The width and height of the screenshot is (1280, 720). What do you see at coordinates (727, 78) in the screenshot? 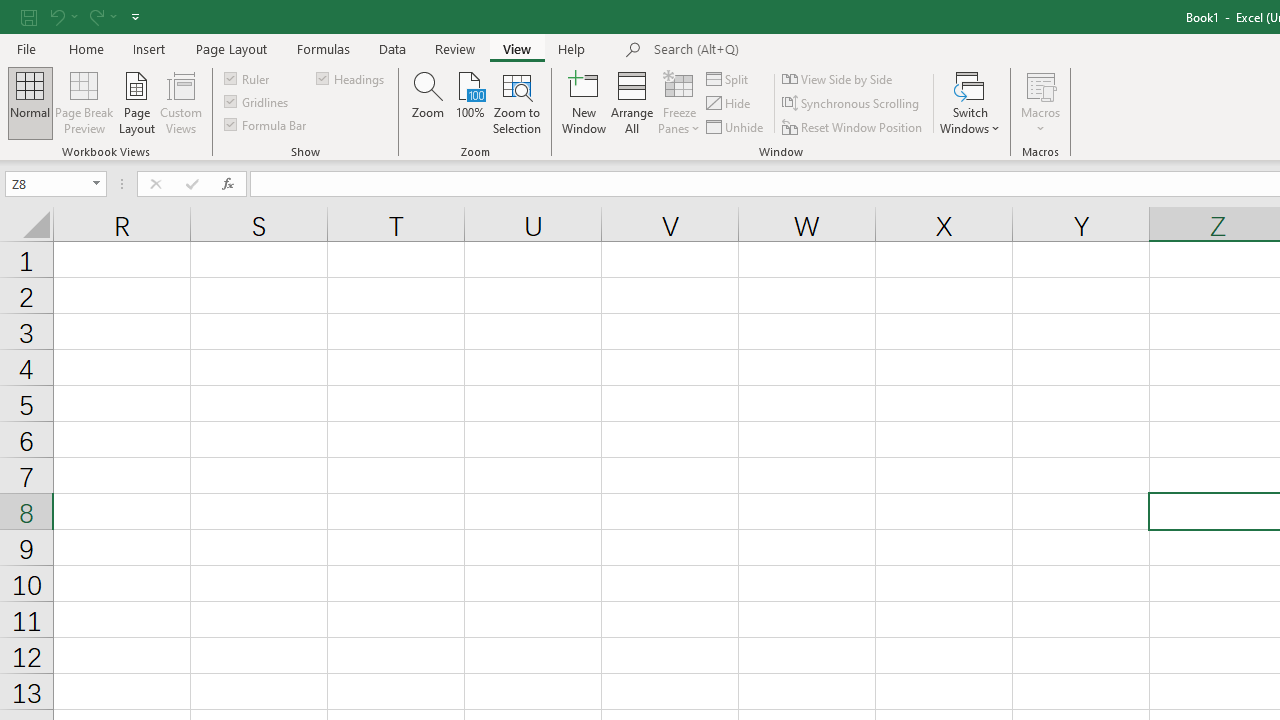
I see `'Split'` at bounding box center [727, 78].